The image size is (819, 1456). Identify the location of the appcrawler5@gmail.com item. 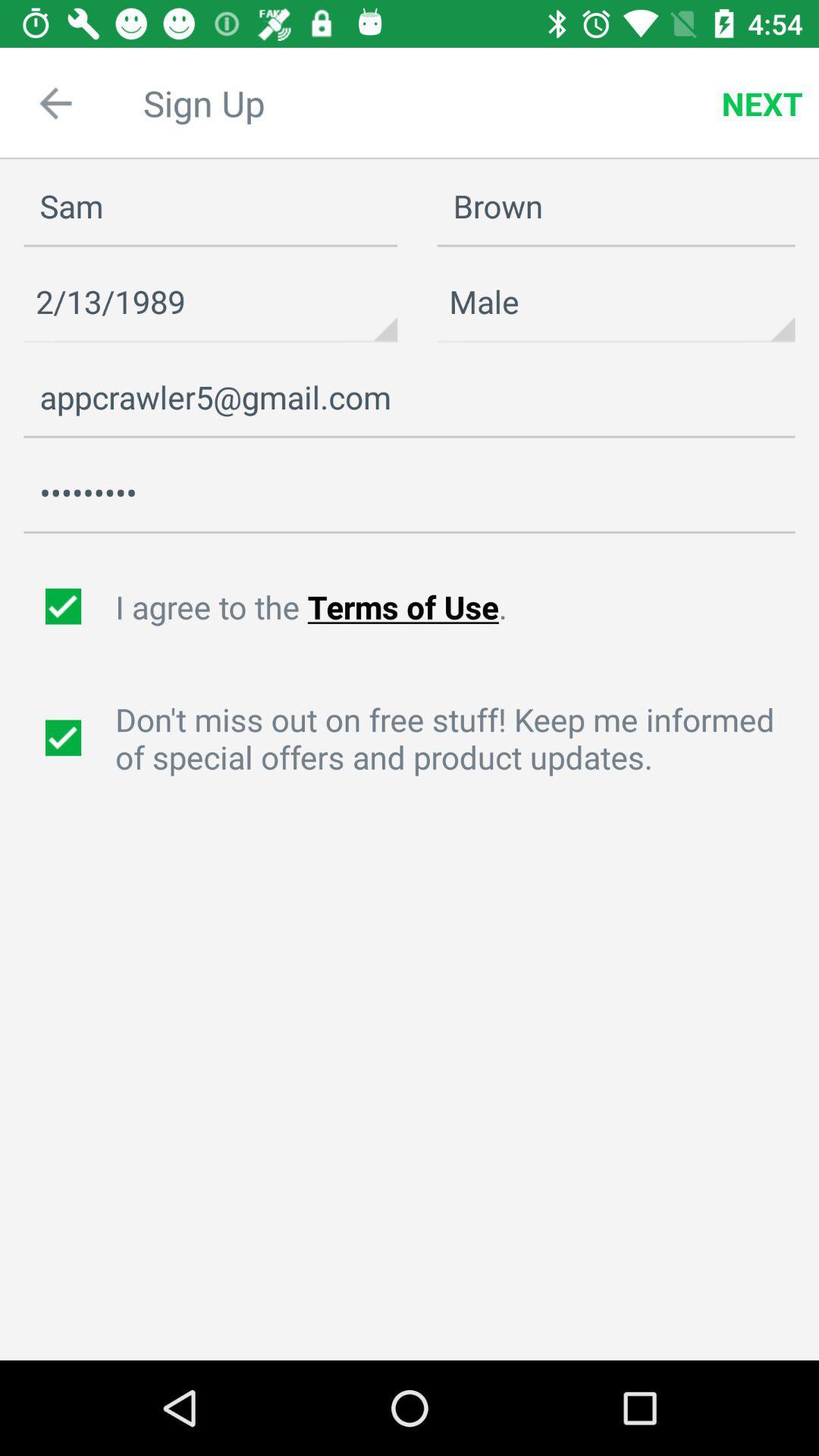
(409, 397).